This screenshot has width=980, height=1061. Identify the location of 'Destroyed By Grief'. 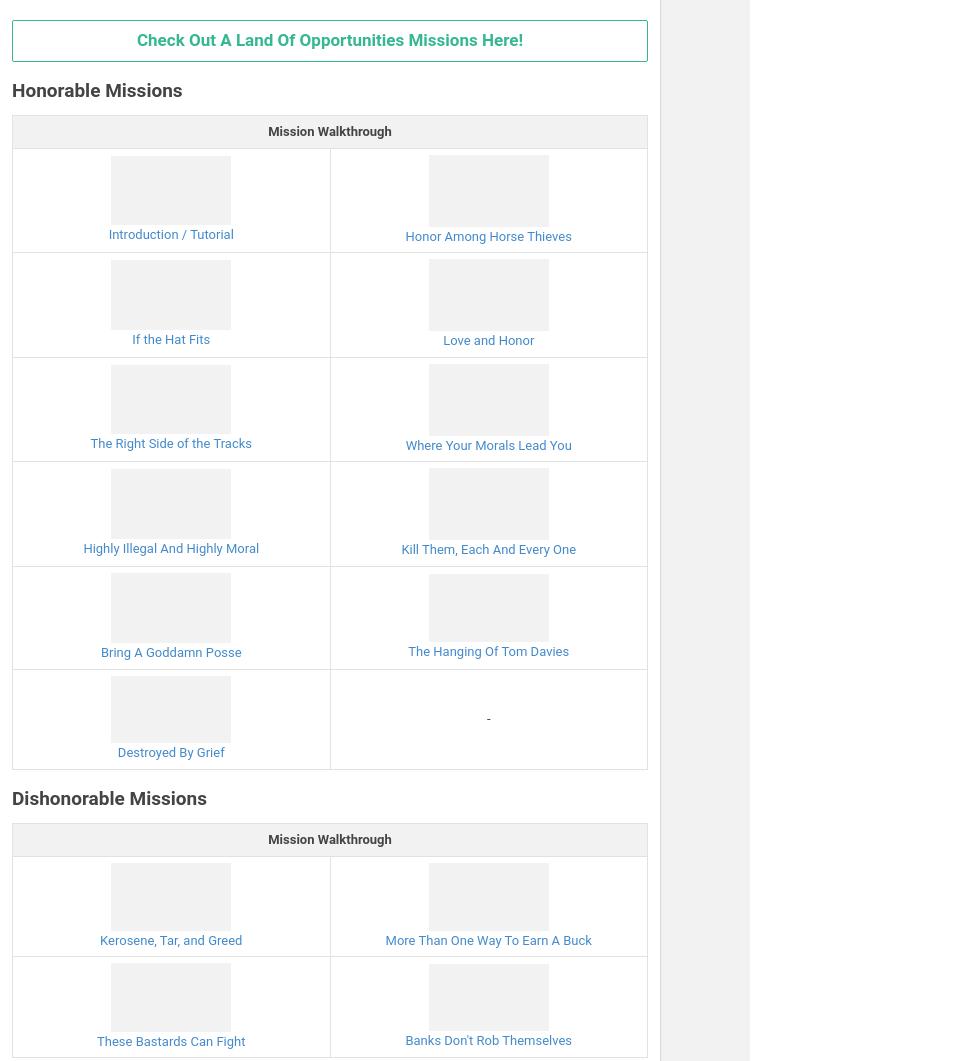
(117, 752).